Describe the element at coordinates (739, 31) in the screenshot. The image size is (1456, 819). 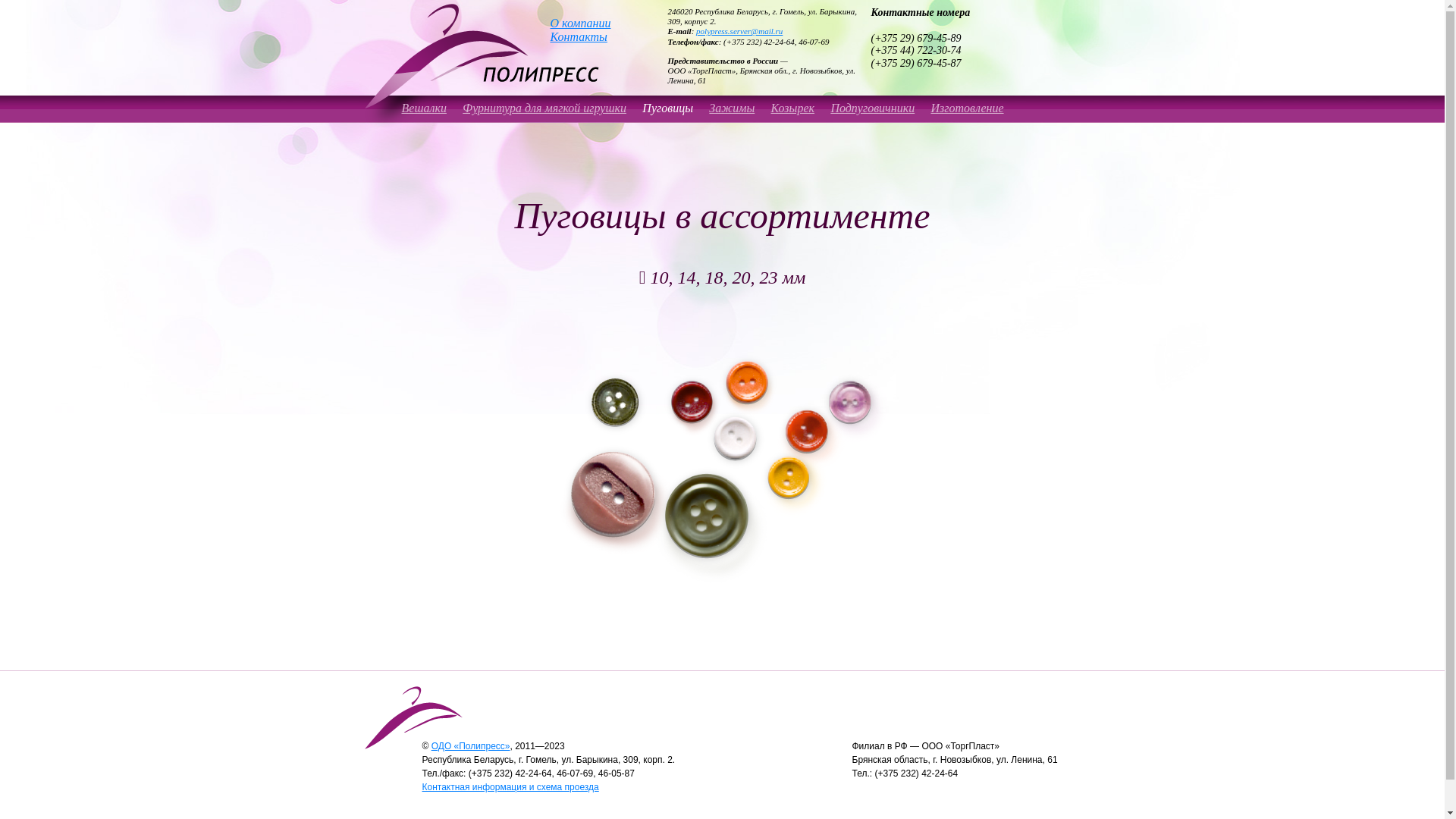
I see `'polypress.server@mail.ru'` at that location.